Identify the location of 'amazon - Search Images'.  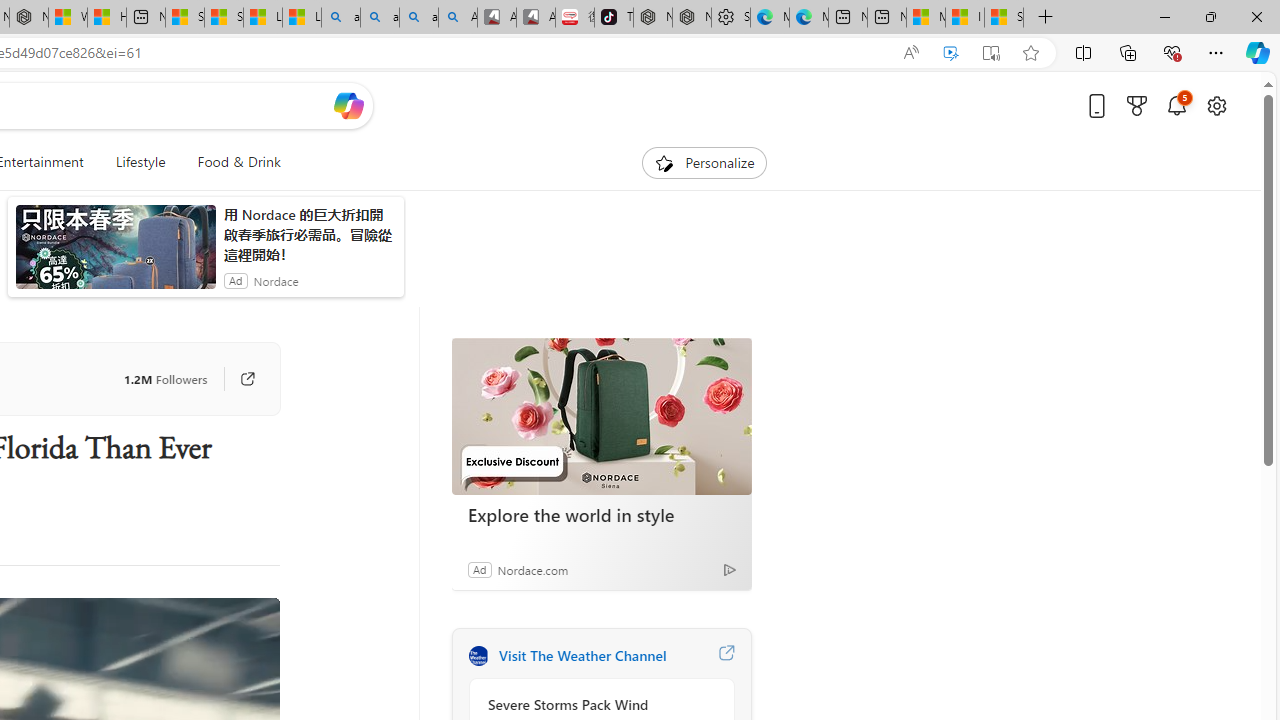
(417, 17).